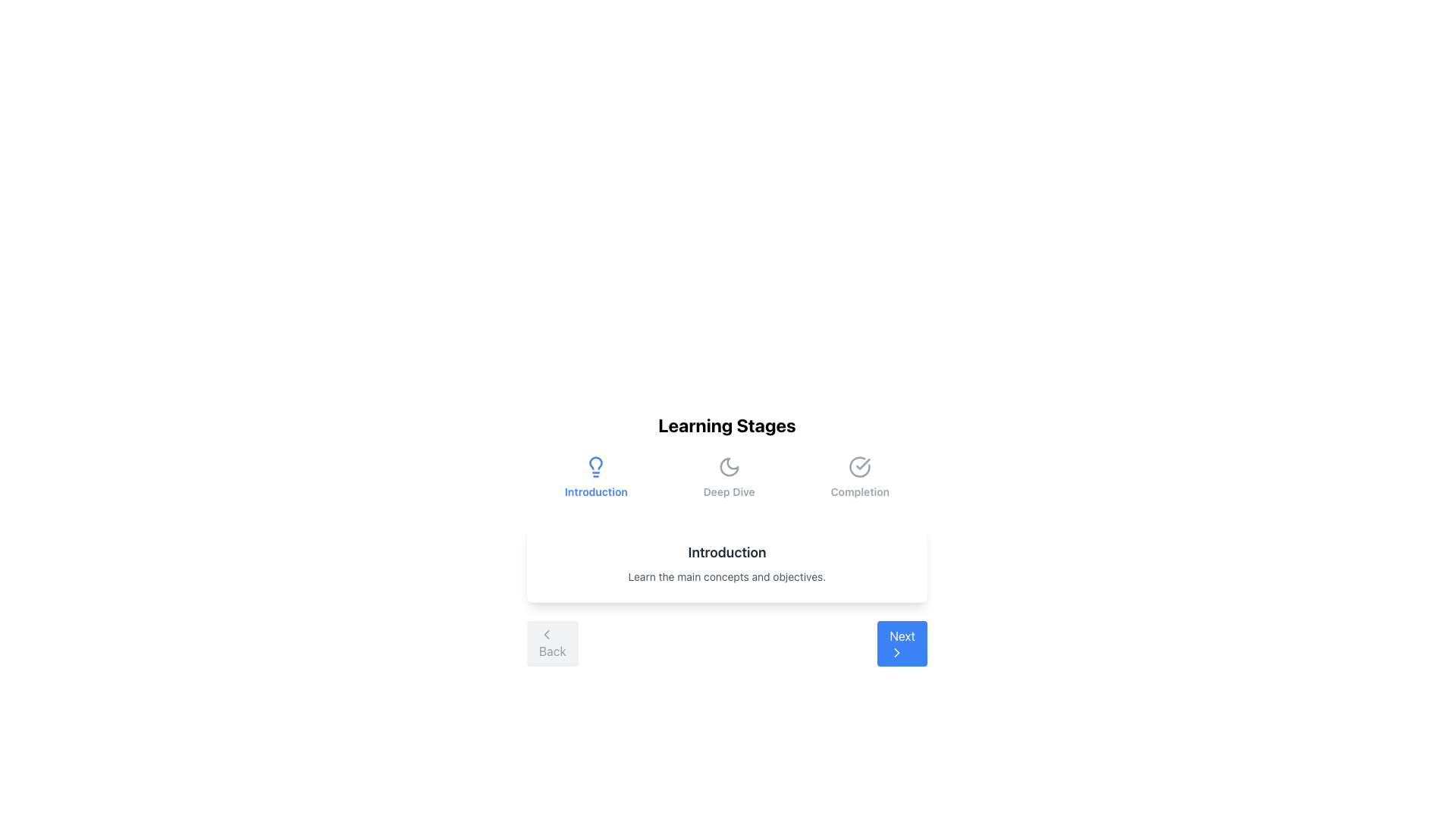 The image size is (1456, 819). Describe the element at coordinates (546, 635) in the screenshot. I see `the left-pointing chevron icon that indicates backward navigation associated with the 'Back' button` at that location.